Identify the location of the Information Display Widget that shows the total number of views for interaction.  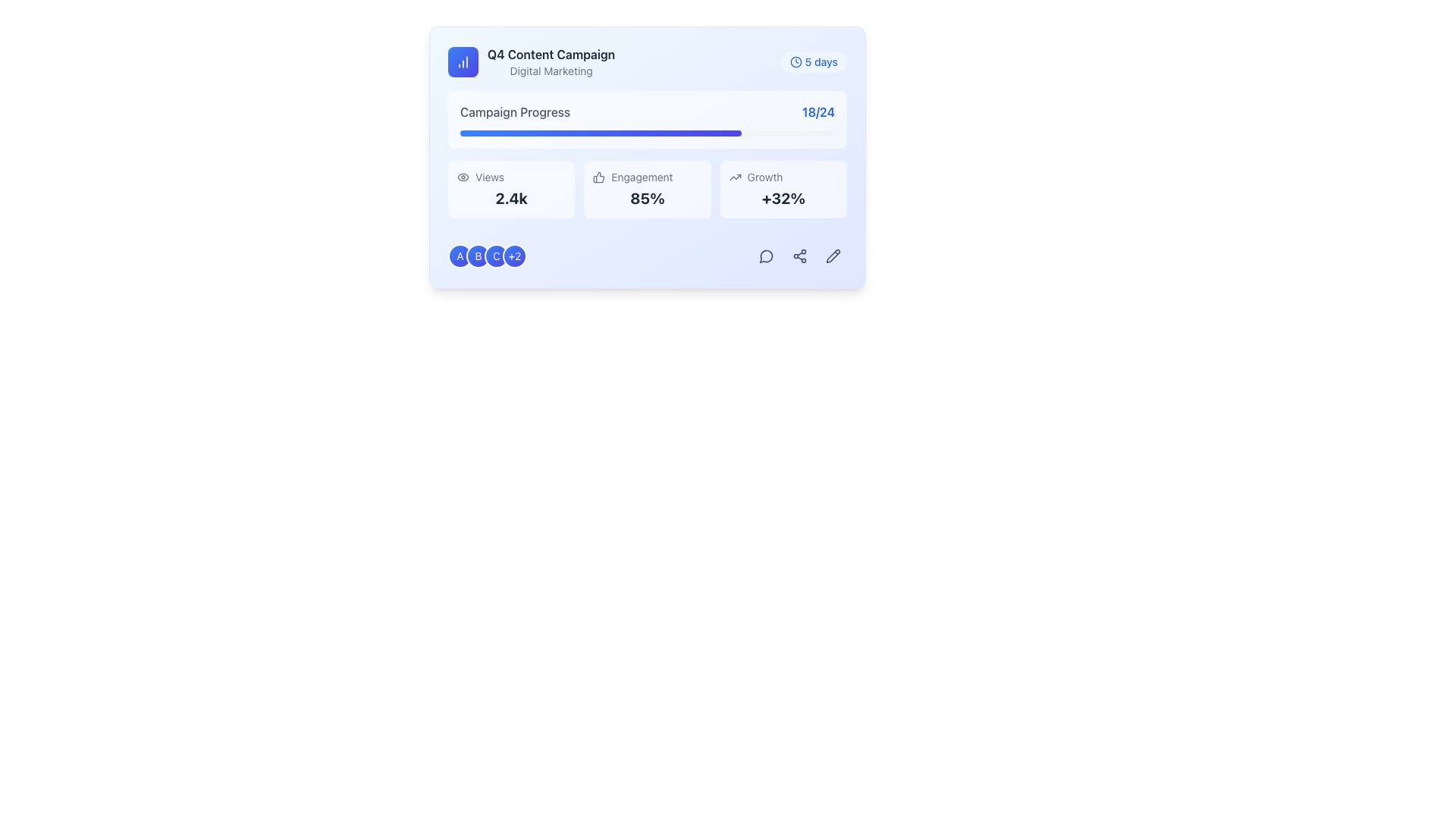
(511, 189).